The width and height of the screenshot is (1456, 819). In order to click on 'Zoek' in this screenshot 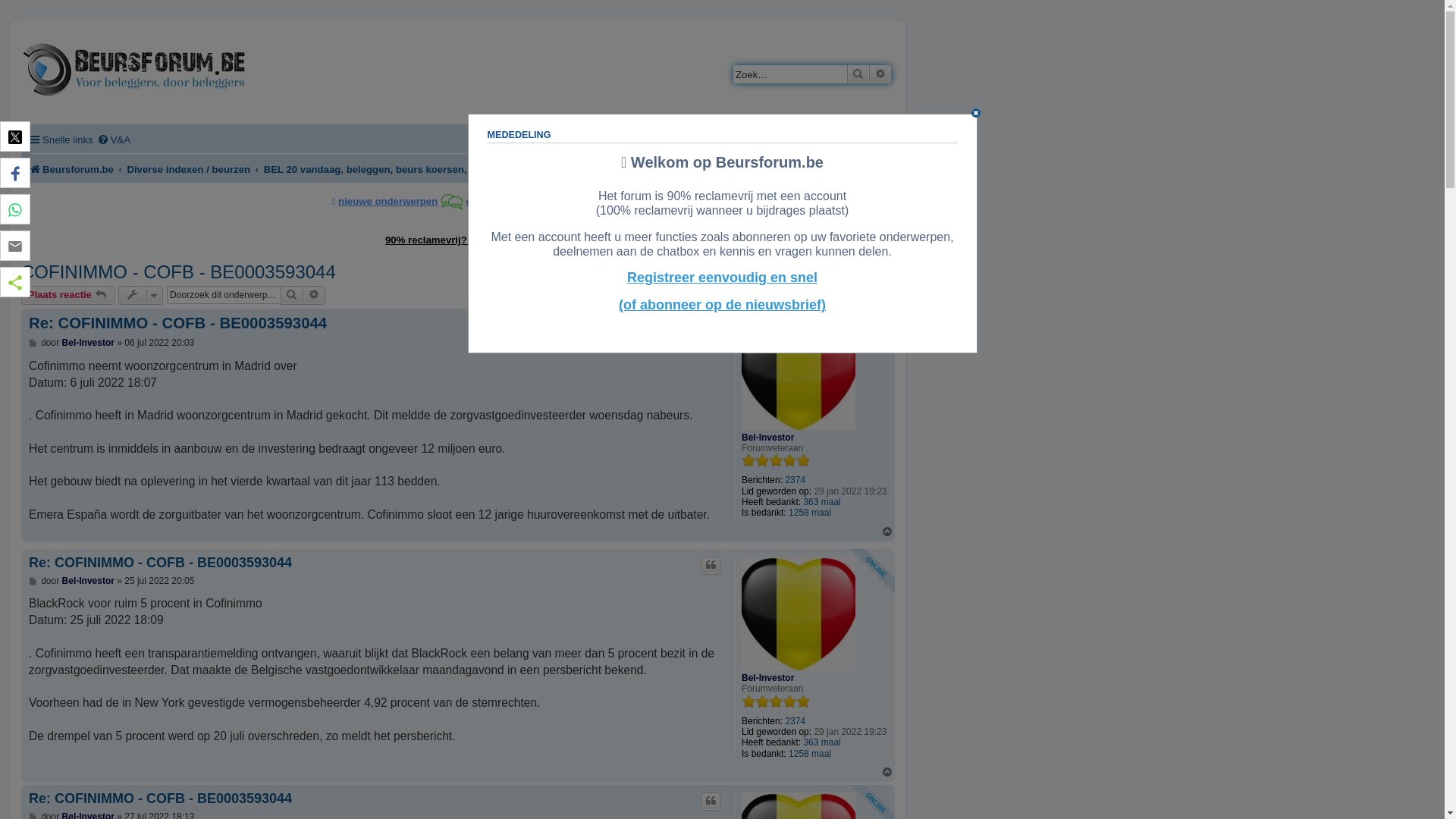, I will do `click(858, 74)`.